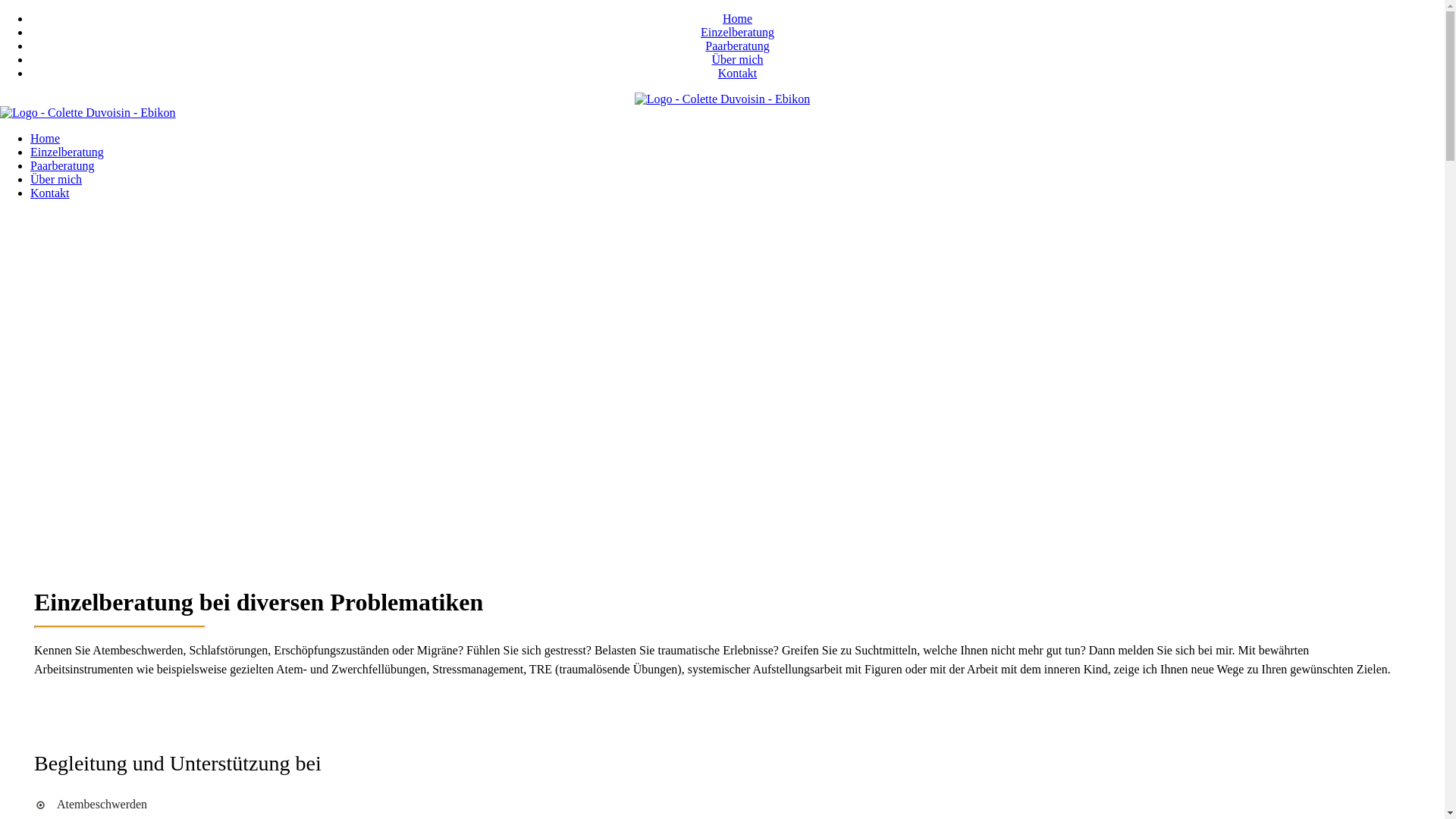 This screenshot has height=819, width=1456. Describe the element at coordinates (737, 32) in the screenshot. I see `'Einzelberatung'` at that location.